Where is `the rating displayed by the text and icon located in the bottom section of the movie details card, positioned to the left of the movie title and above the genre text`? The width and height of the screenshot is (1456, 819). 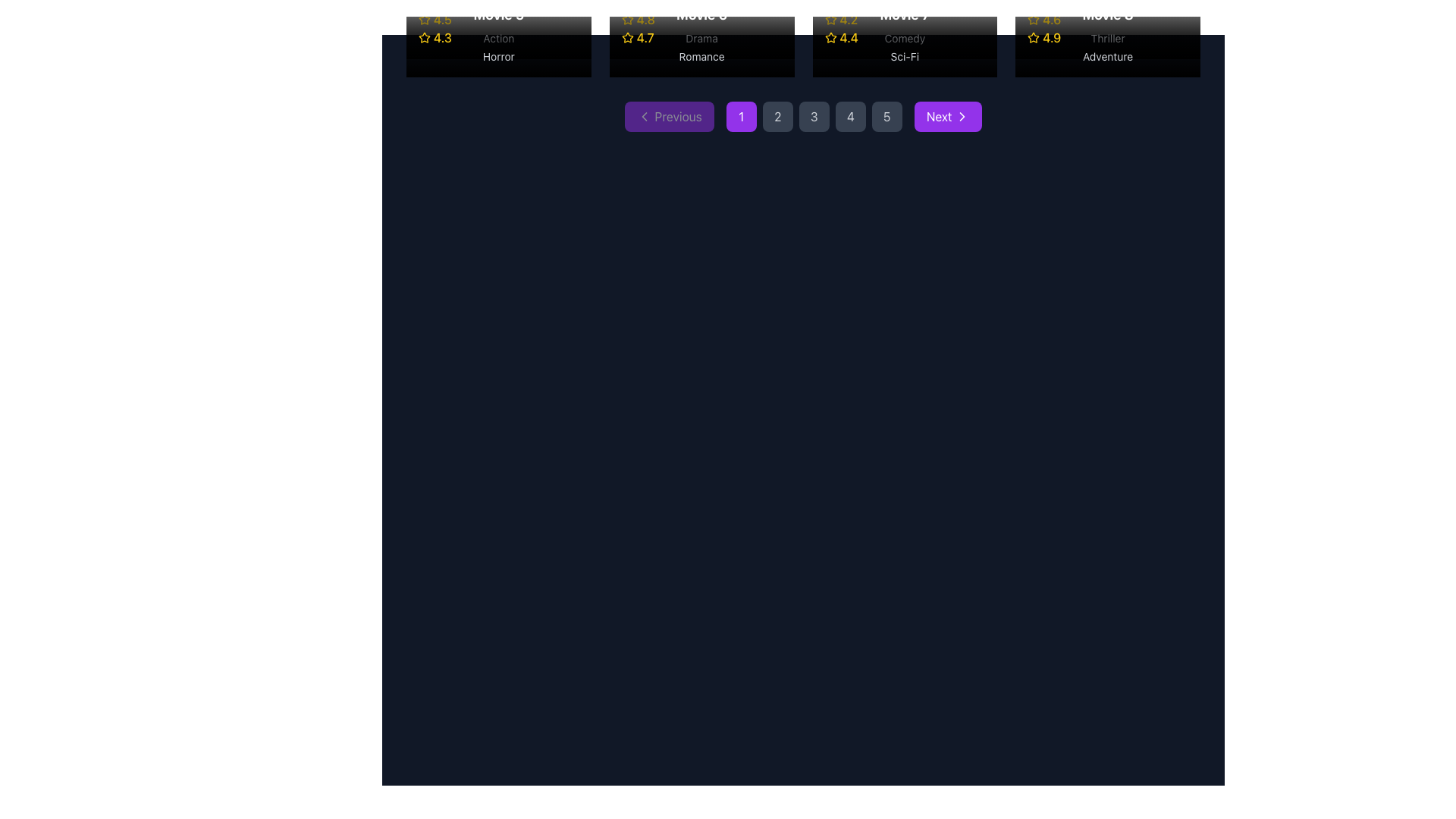 the rating displayed by the text and icon located in the bottom section of the movie details card, positioned to the left of the movie title and above the genre text is located at coordinates (498, 20).